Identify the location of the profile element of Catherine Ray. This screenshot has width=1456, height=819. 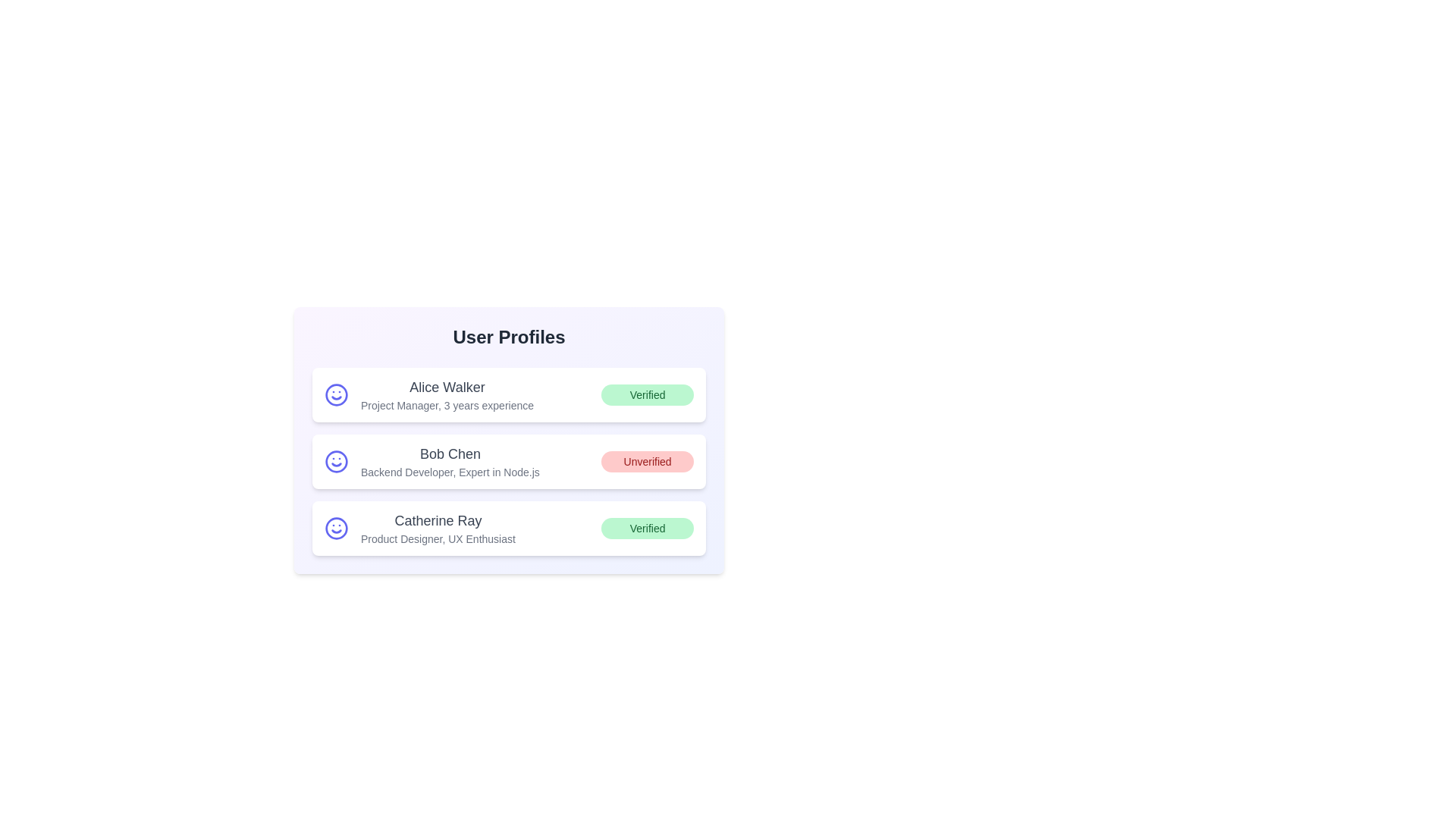
(509, 528).